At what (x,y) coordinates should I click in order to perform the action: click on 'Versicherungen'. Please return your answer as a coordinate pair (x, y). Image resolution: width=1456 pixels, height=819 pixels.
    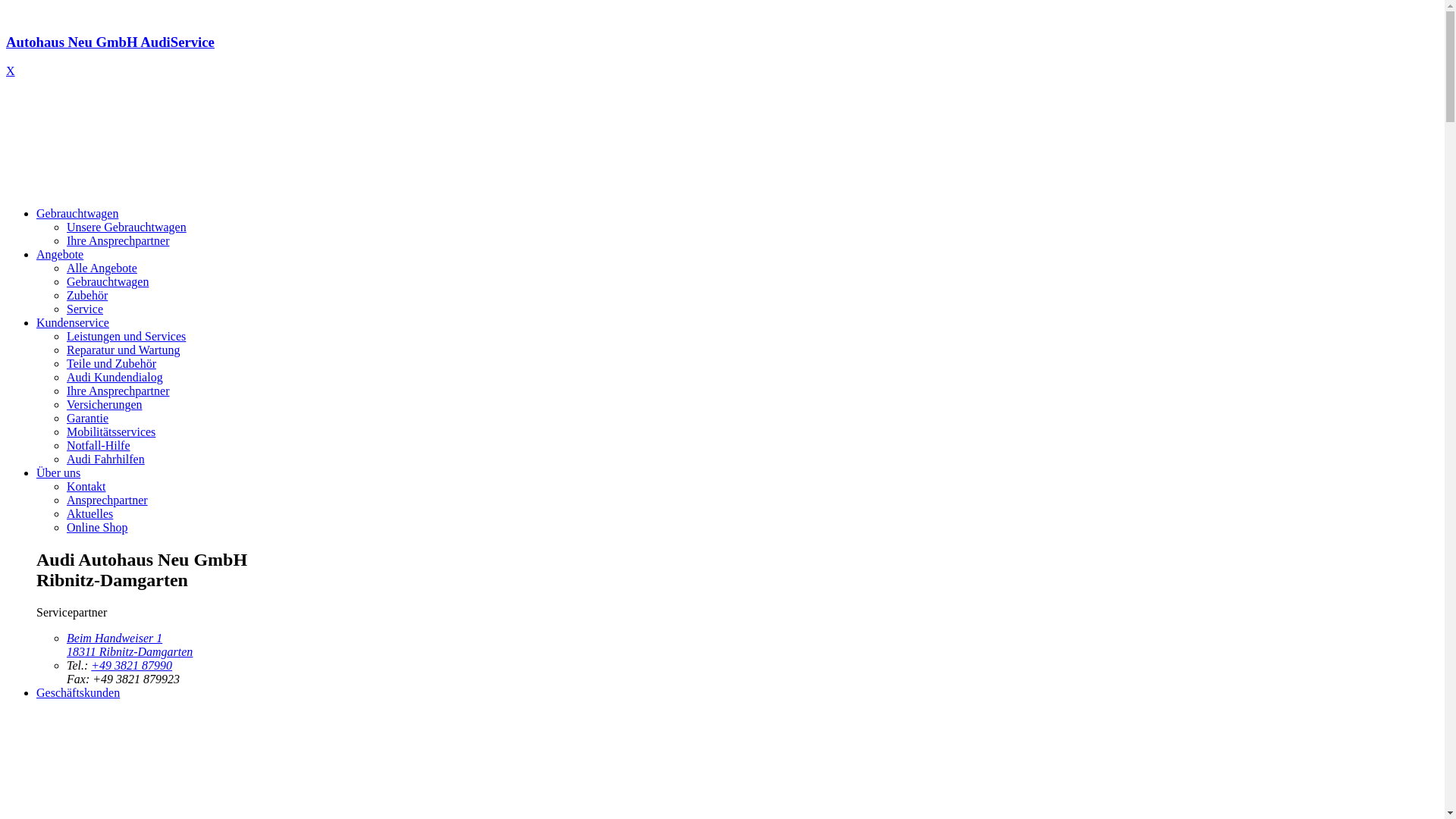
    Looking at the image, I should click on (104, 403).